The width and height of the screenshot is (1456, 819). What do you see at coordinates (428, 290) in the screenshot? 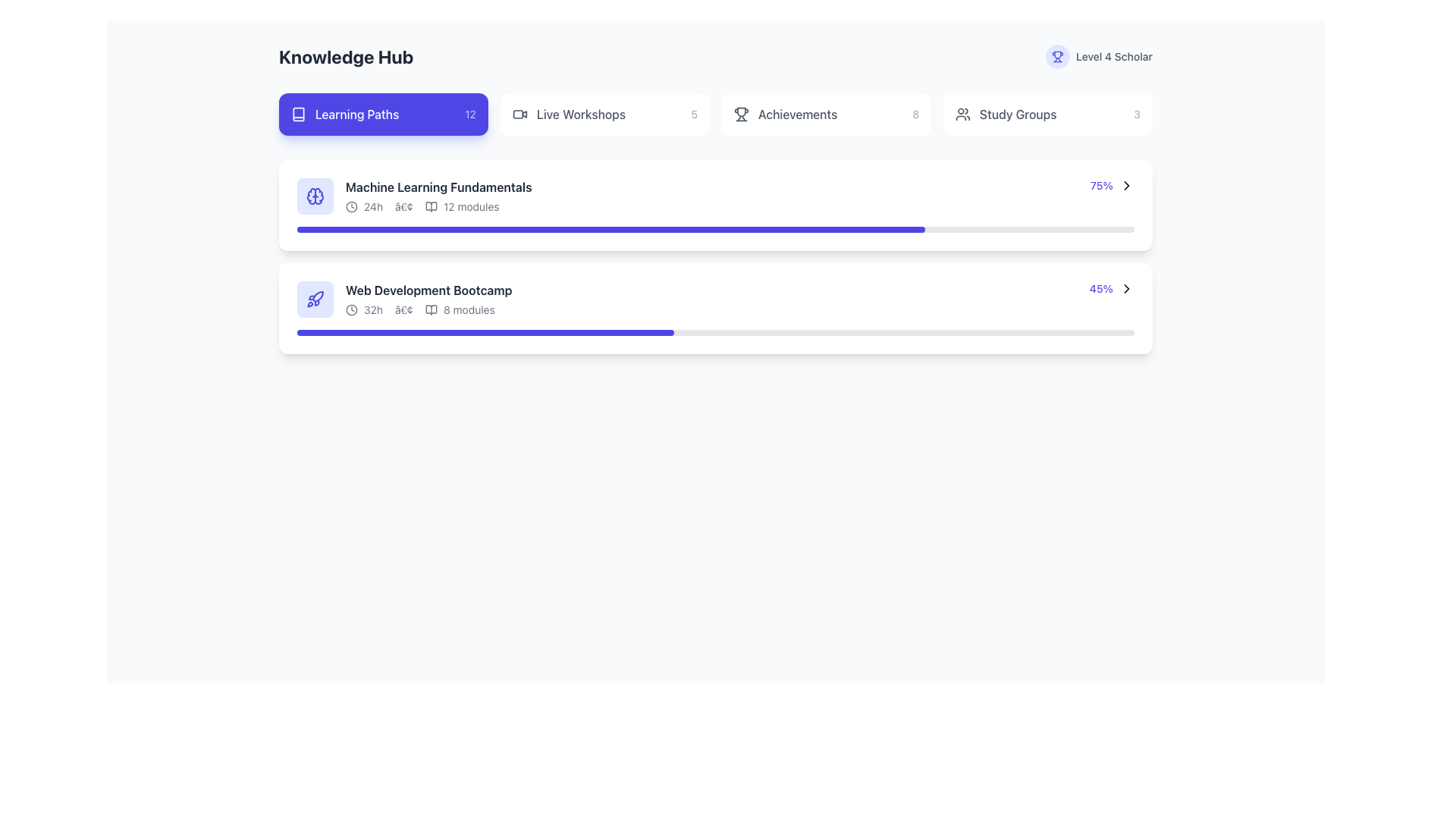
I see `the text label displaying 'Web Development Bootcamp' which is styled in bold dark gray and is the first line in its content block` at bounding box center [428, 290].